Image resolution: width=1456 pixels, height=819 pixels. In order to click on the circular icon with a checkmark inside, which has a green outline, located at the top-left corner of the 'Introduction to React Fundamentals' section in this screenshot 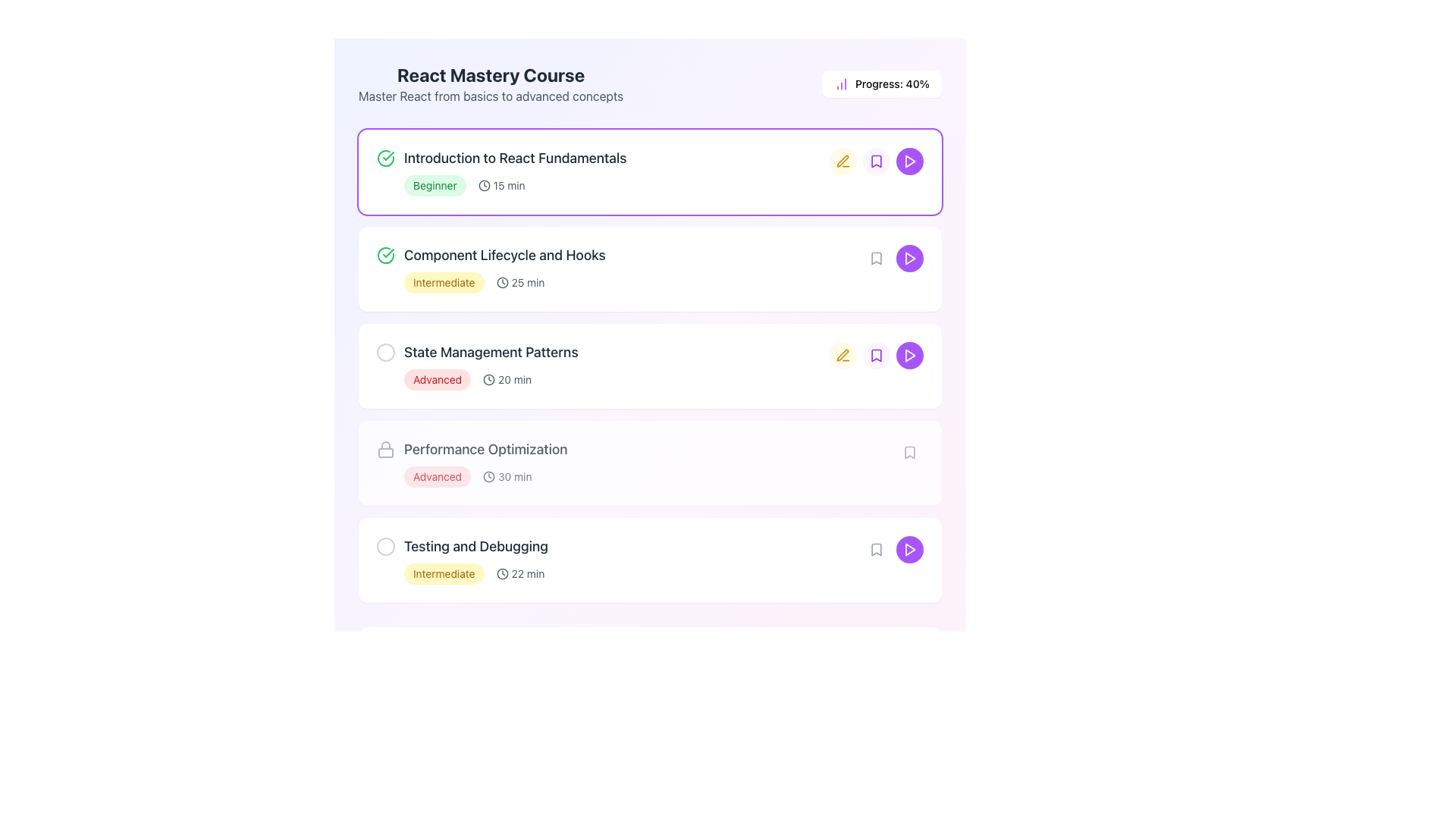, I will do `click(385, 158)`.